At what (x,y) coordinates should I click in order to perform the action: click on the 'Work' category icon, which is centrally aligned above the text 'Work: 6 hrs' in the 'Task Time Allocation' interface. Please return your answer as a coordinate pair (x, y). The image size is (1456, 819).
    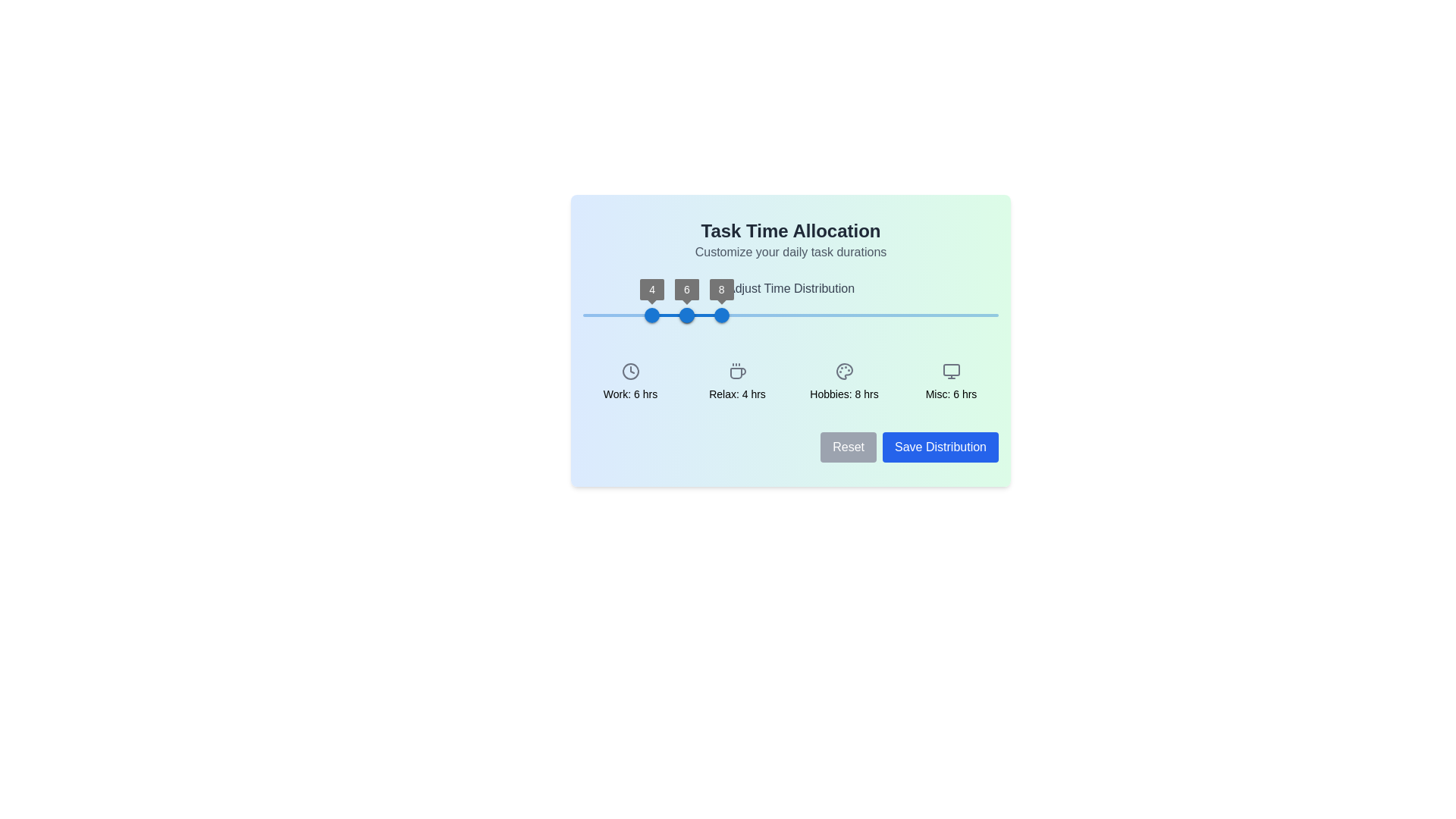
    Looking at the image, I should click on (630, 371).